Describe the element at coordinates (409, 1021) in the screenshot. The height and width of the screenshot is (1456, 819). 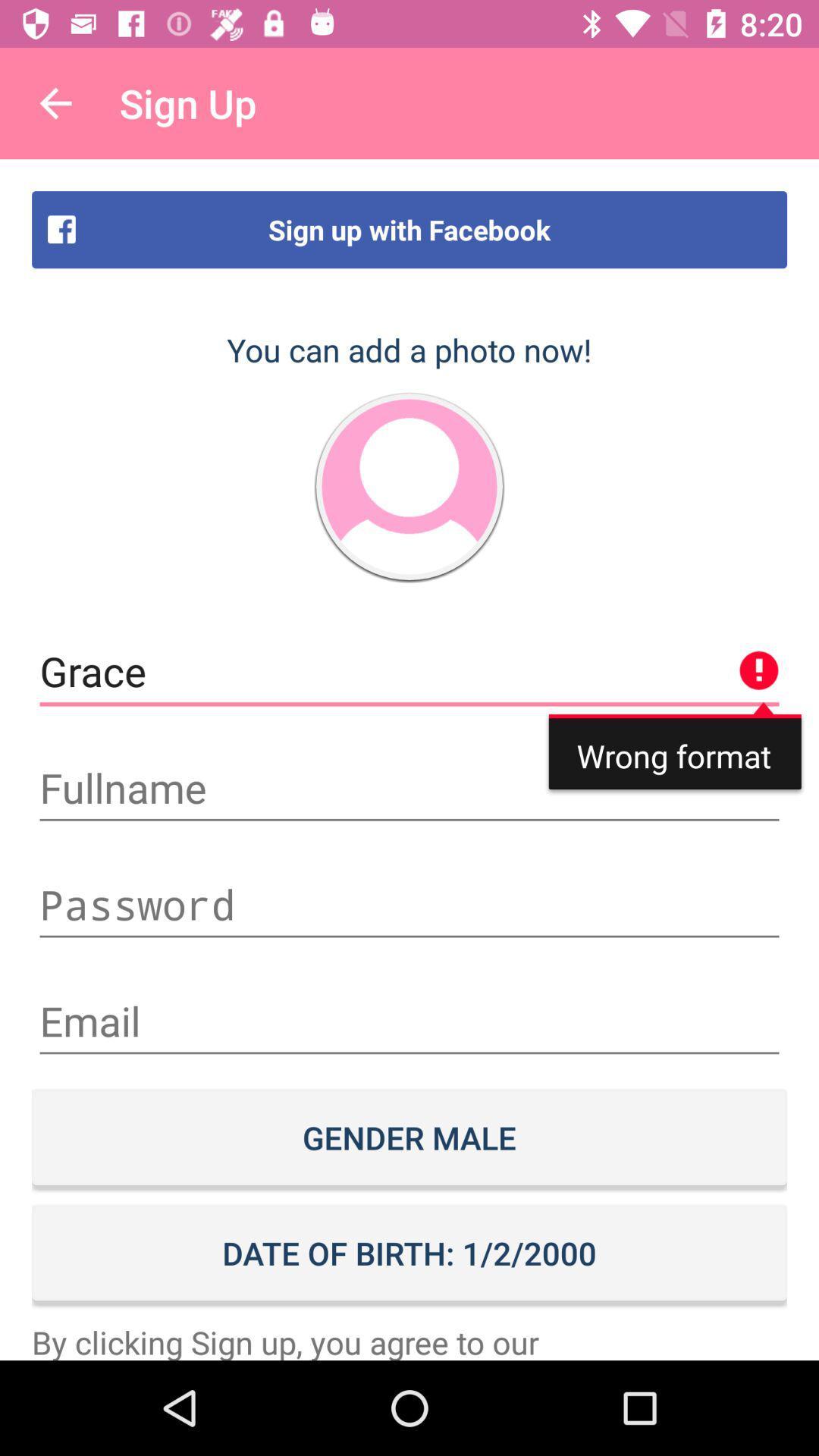
I see `text box` at that location.